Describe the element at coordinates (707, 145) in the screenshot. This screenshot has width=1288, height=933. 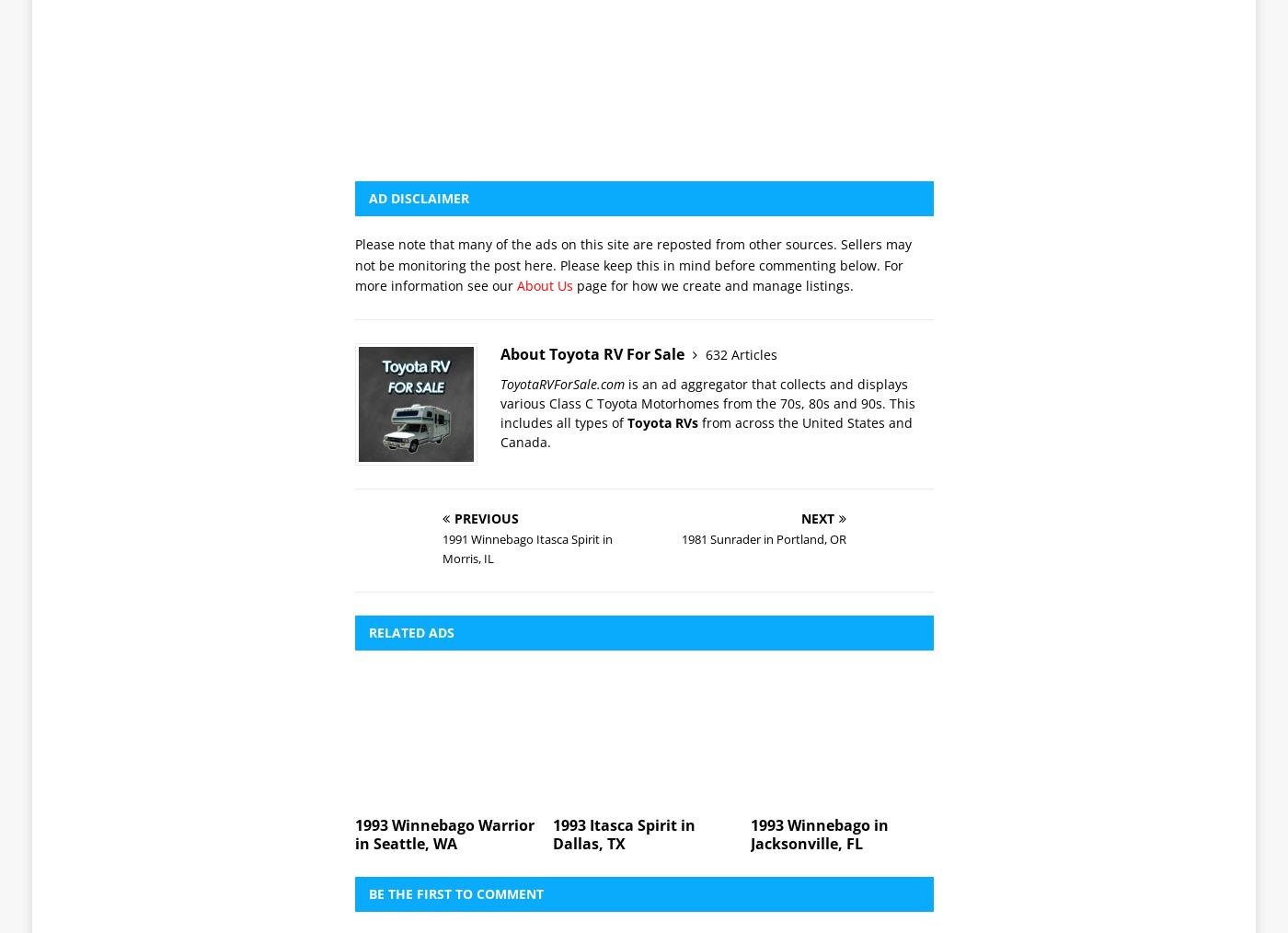
I see `'is an ad aggregator that collects and displays various Class C Toyota Motorhomes from the 70s, 80s and 90s.  This includes all types of'` at that location.